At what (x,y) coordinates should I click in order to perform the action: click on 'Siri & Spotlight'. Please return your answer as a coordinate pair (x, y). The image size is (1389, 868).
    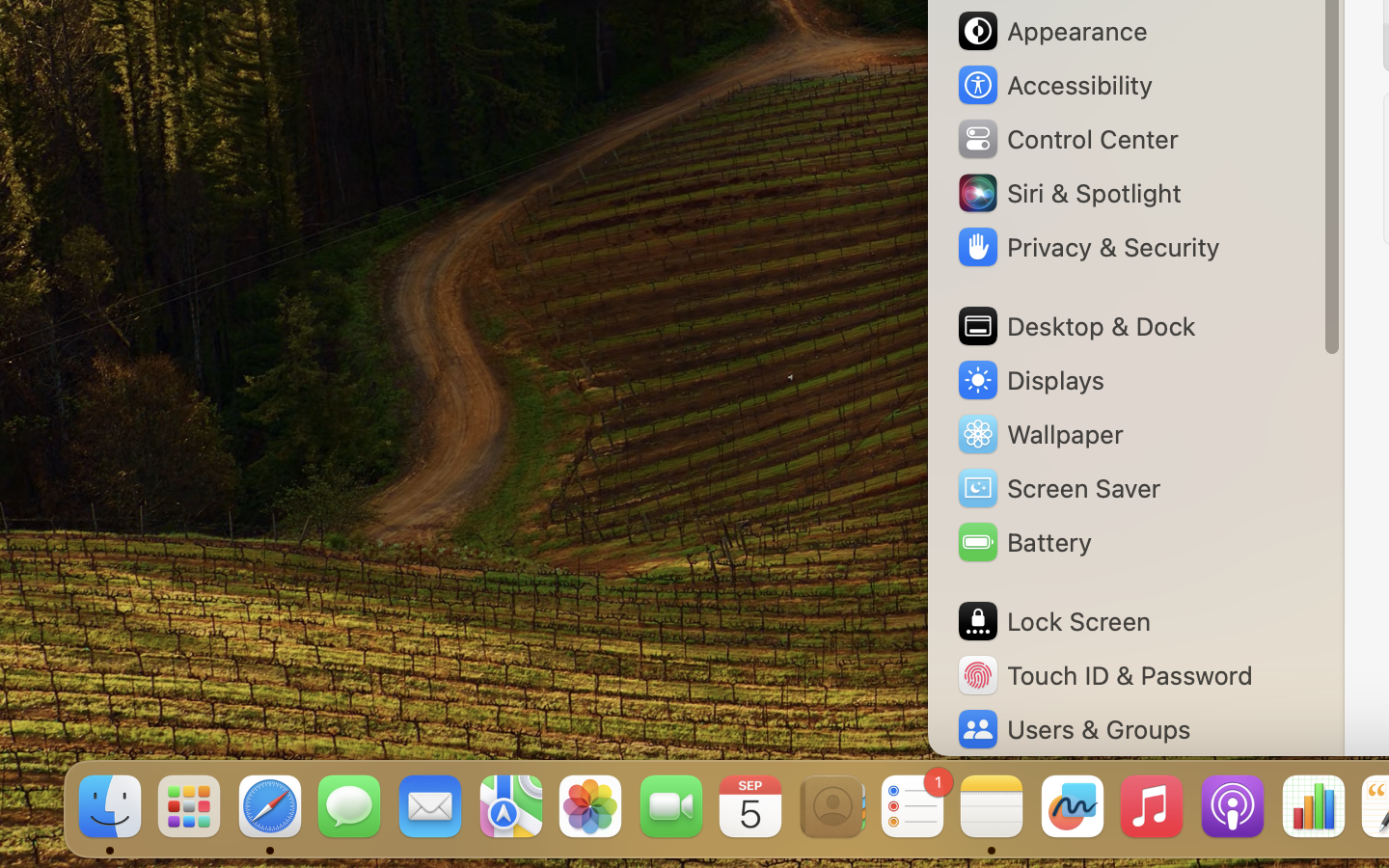
    Looking at the image, I should click on (1067, 192).